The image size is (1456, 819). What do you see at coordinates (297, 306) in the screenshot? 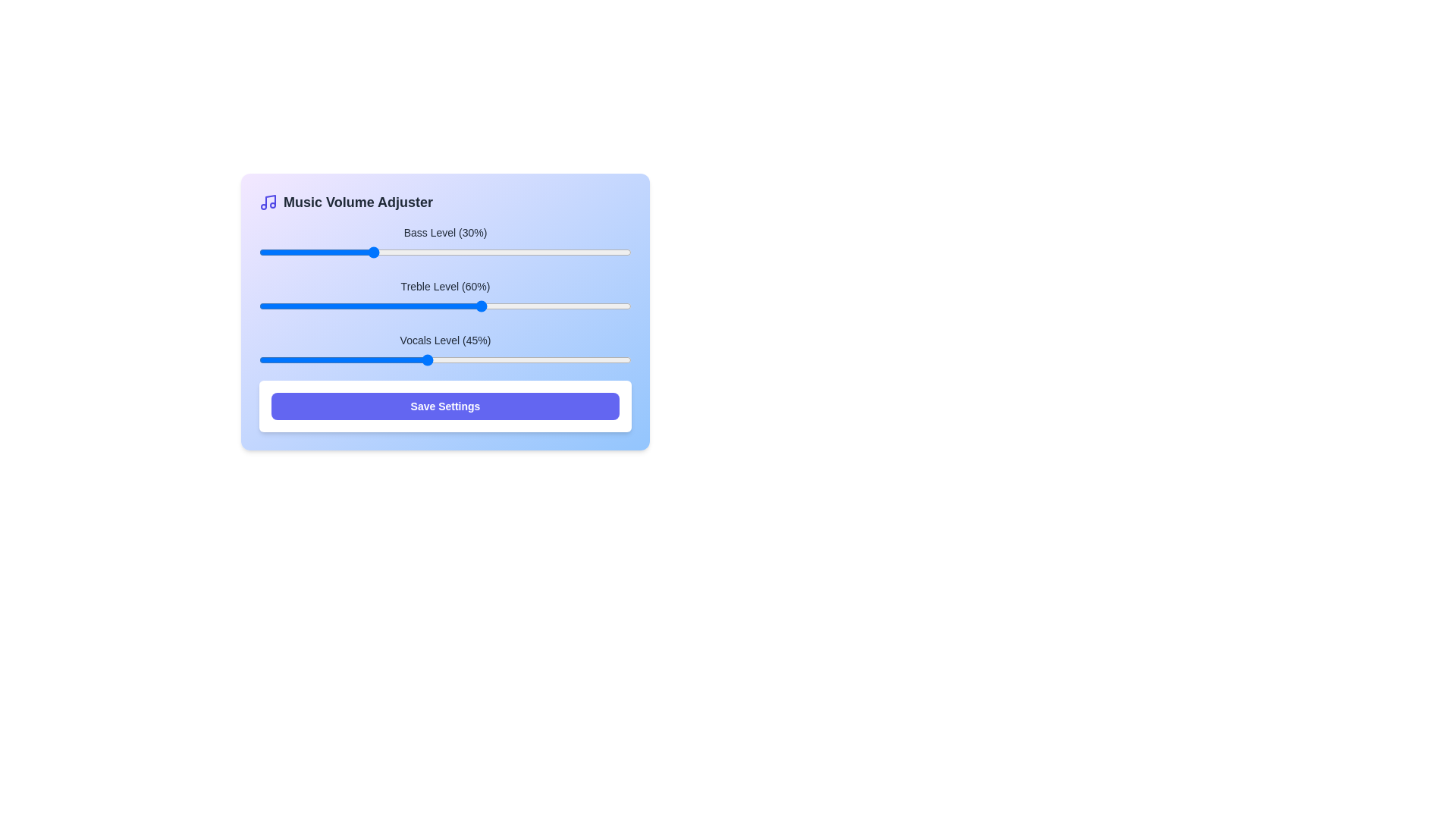
I see `the treble level` at bounding box center [297, 306].